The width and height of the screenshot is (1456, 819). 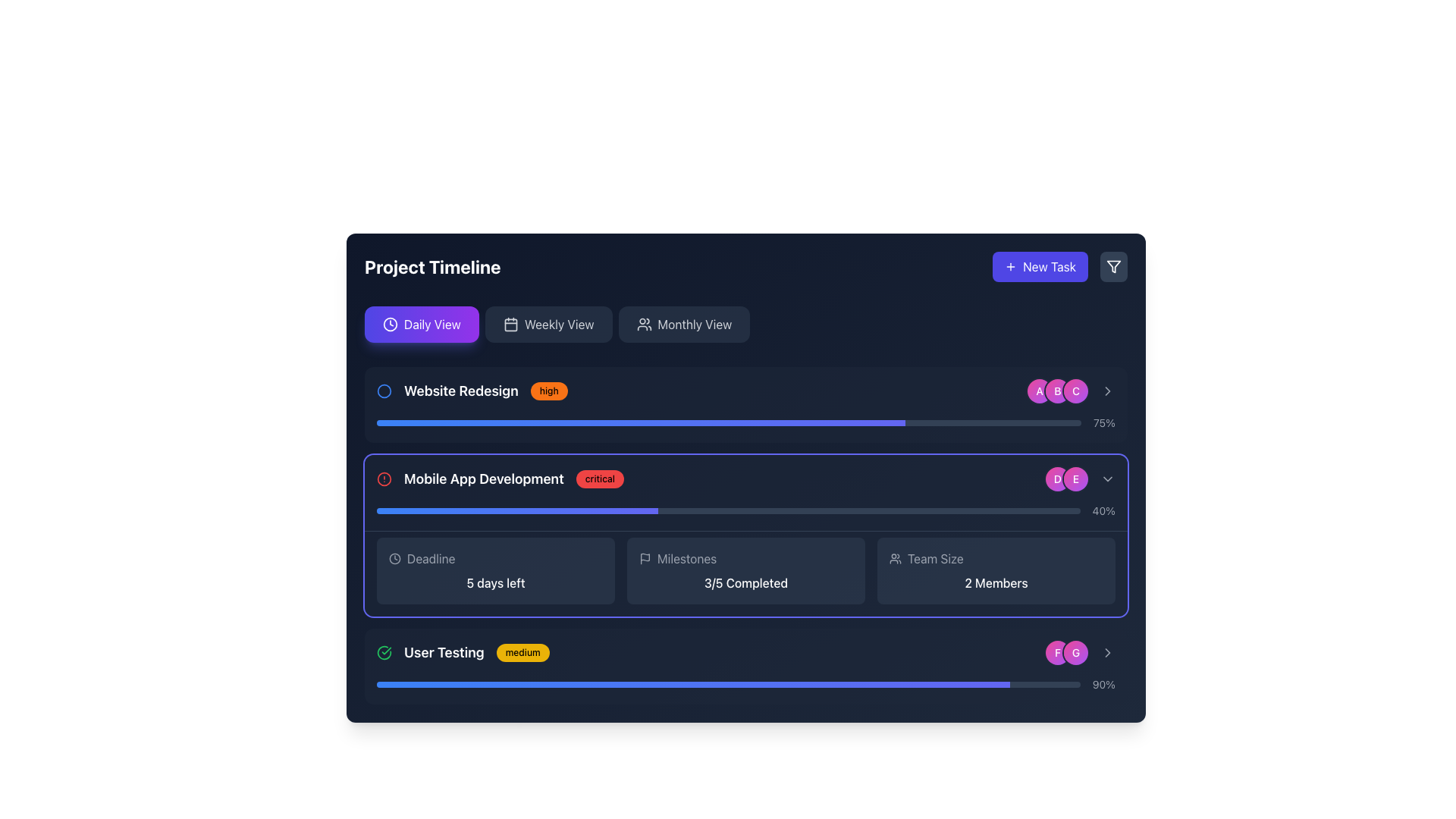 I want to click on the SVG rectangle shape with rounded corners located inside the calendar icon at the top of the interface, so click(x=510, y=324).